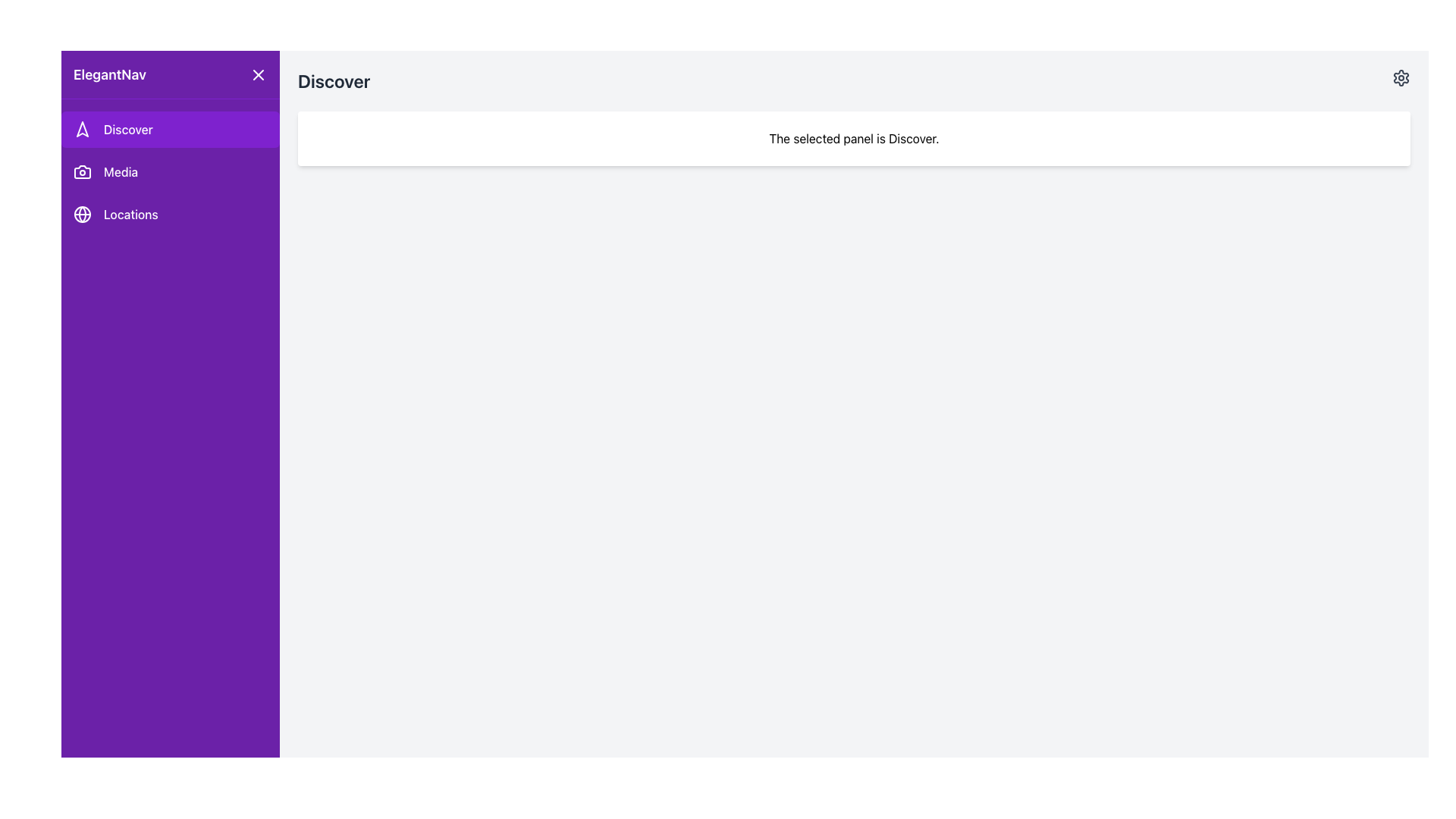  I want to click on the diagonal cross-shaped icon in the upper-right corner of the purple navigation bar, so click(258, 74).